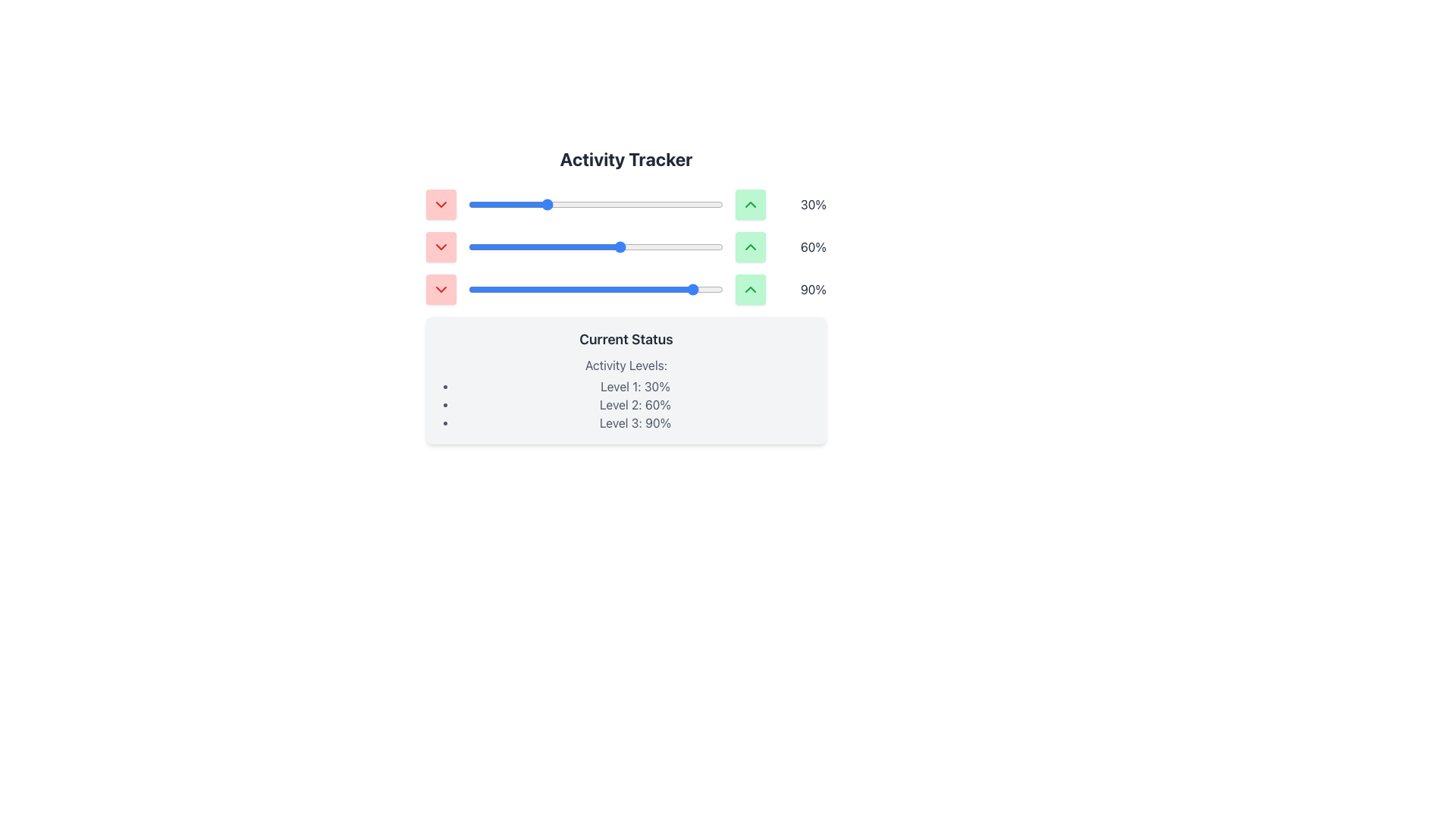  Describe the element at coordinates (440, 205) in the screenshot. I see `the downward-pointing chevron icon with a bold red stroke, located on the left side of the interface` at that location.